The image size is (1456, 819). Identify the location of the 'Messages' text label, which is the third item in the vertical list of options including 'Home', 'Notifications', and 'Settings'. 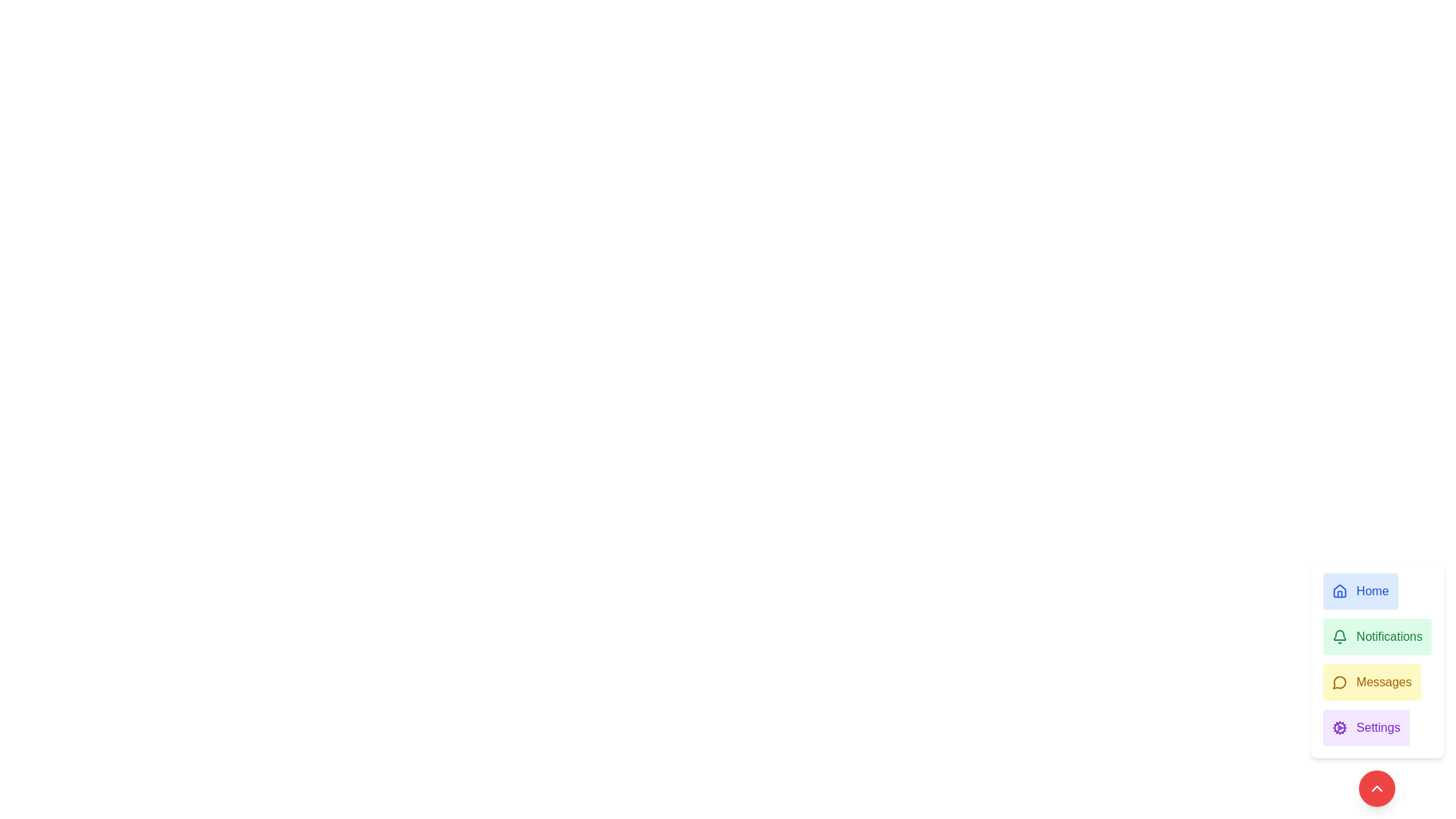
(1384, 681).